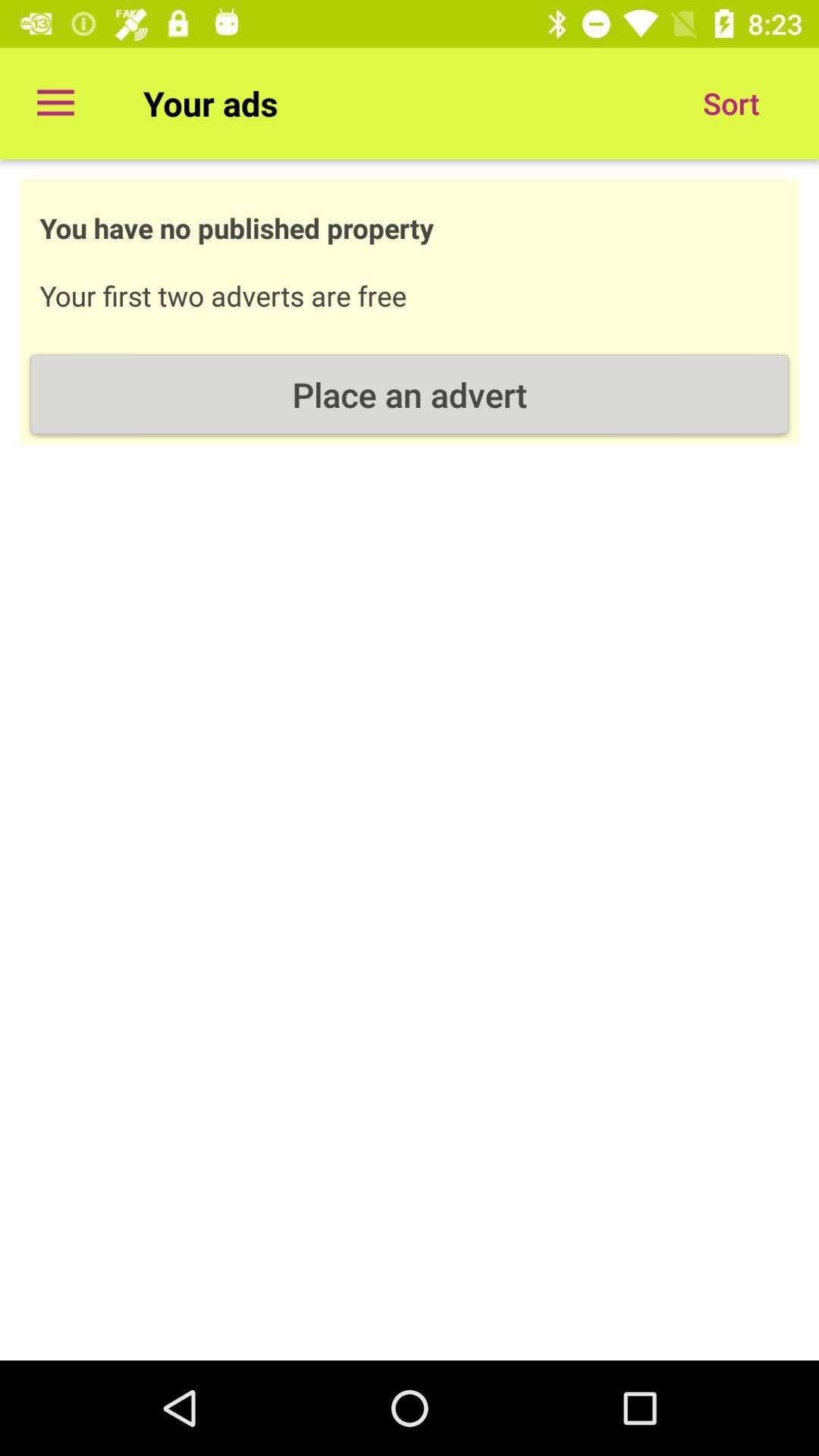 The height and width of the screenshot is (1456, 819). What do you see at coordinates (55, 102) in the screenshot?
I see `the item next to the your ads icon` at bounding box center [55, 102].